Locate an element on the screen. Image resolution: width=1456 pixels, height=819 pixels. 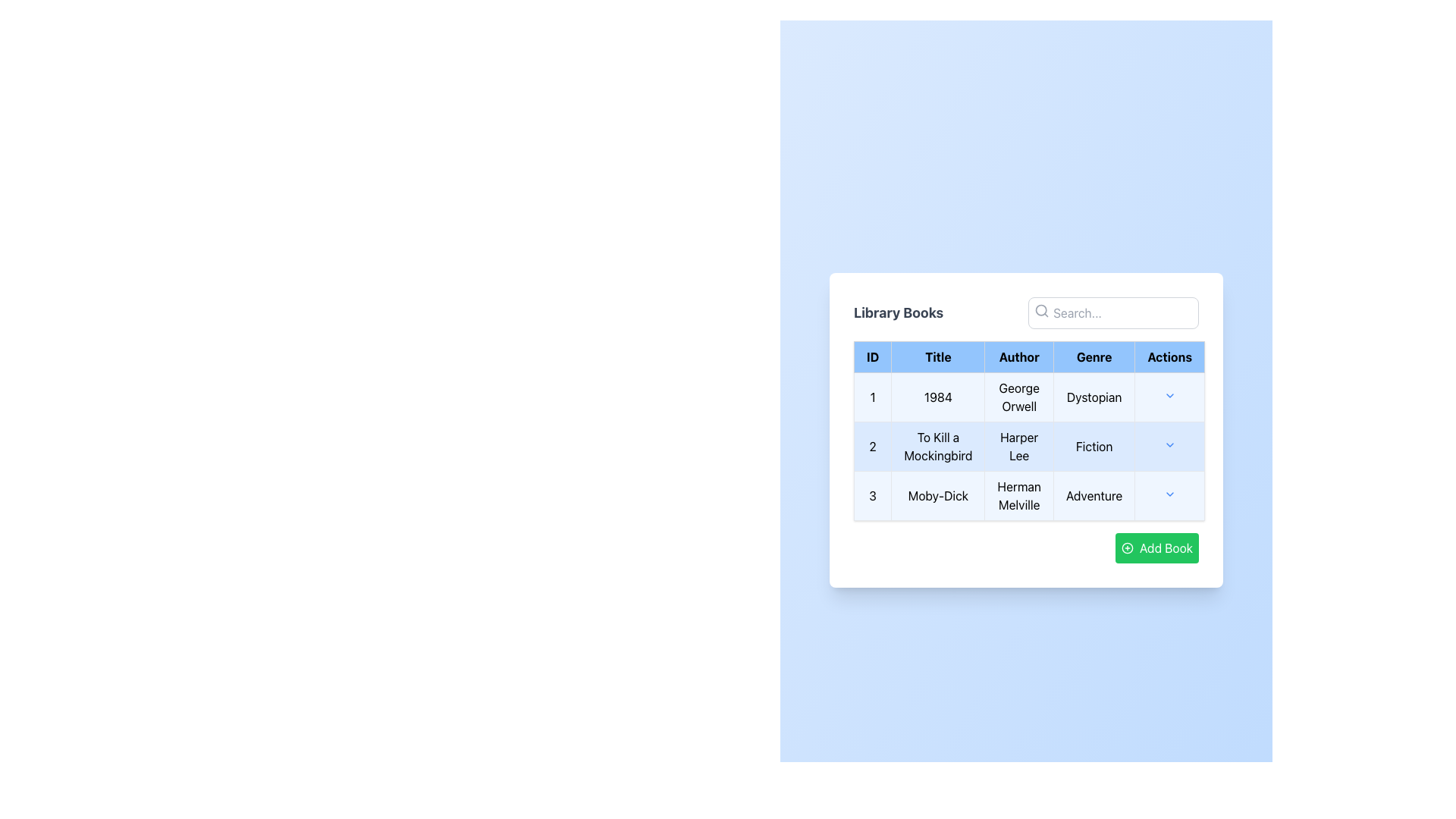
the search icon located on the left side of the search input field at the top-right section of the library books table UI is located at coordinates (1041, 309).